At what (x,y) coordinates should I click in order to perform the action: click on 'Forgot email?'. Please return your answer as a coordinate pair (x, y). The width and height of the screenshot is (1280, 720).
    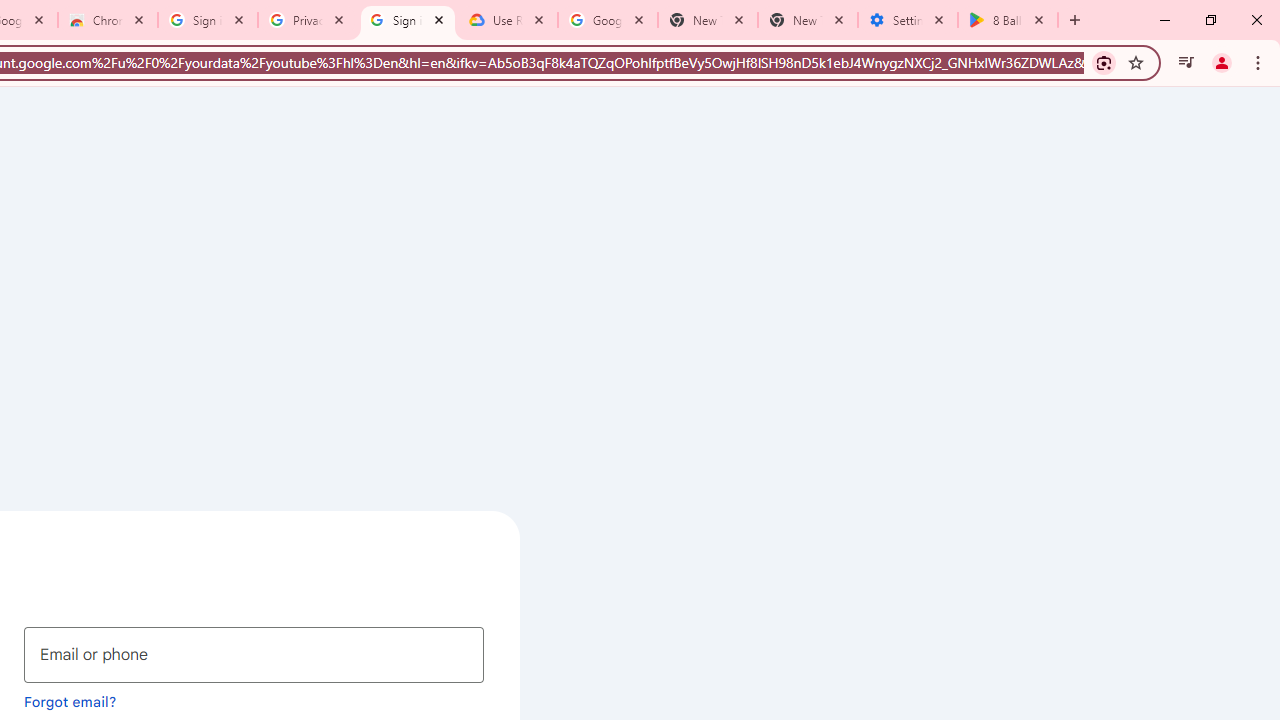
    Looking at the image, I should click on (70, 700).